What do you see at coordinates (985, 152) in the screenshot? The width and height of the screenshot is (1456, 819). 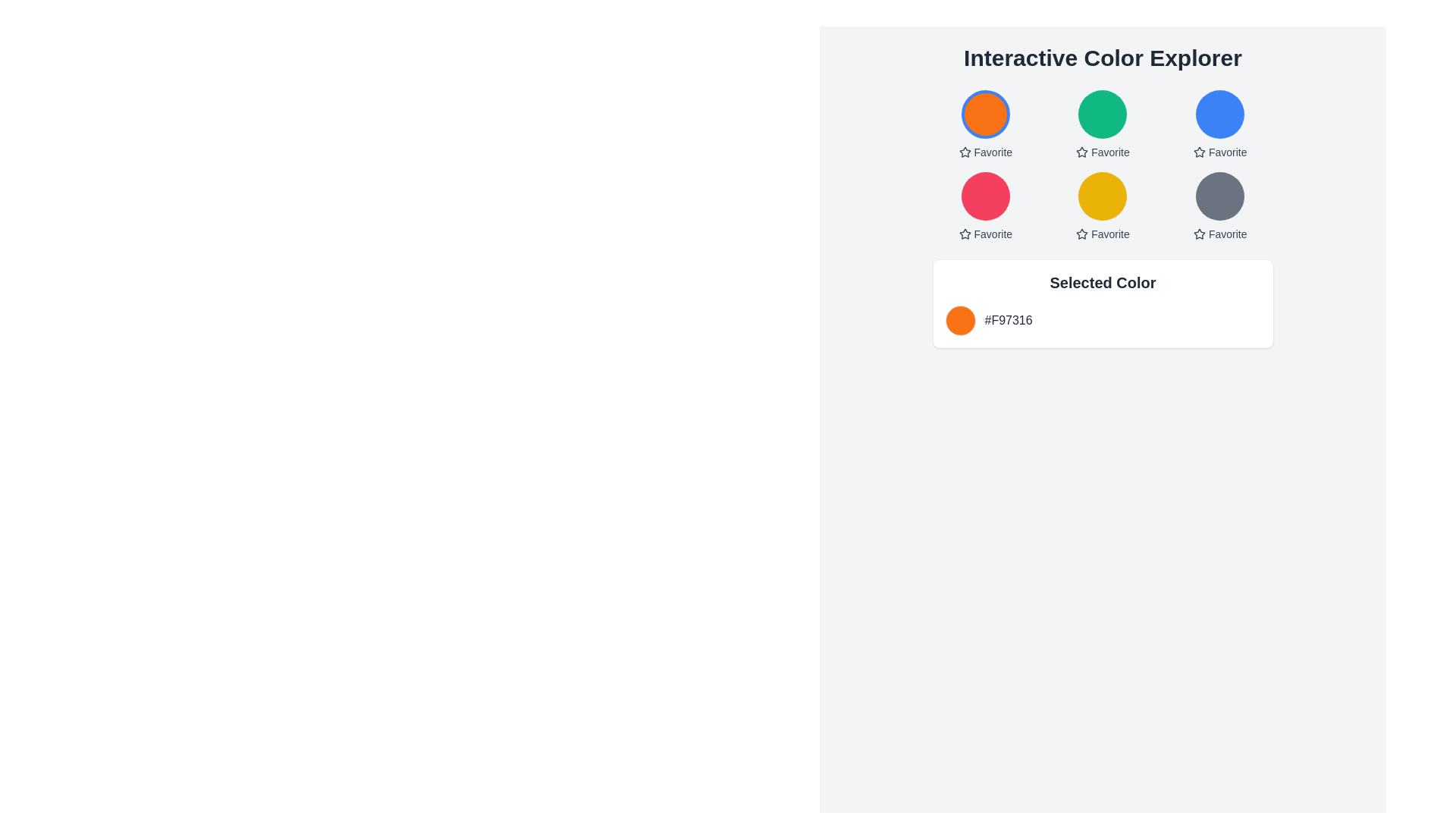 I see `the 'Favorite' button with an outlined star icon and gray text located below the orange circular color indicator in the first column of the color selection grid` at bounding box center [985, 152].